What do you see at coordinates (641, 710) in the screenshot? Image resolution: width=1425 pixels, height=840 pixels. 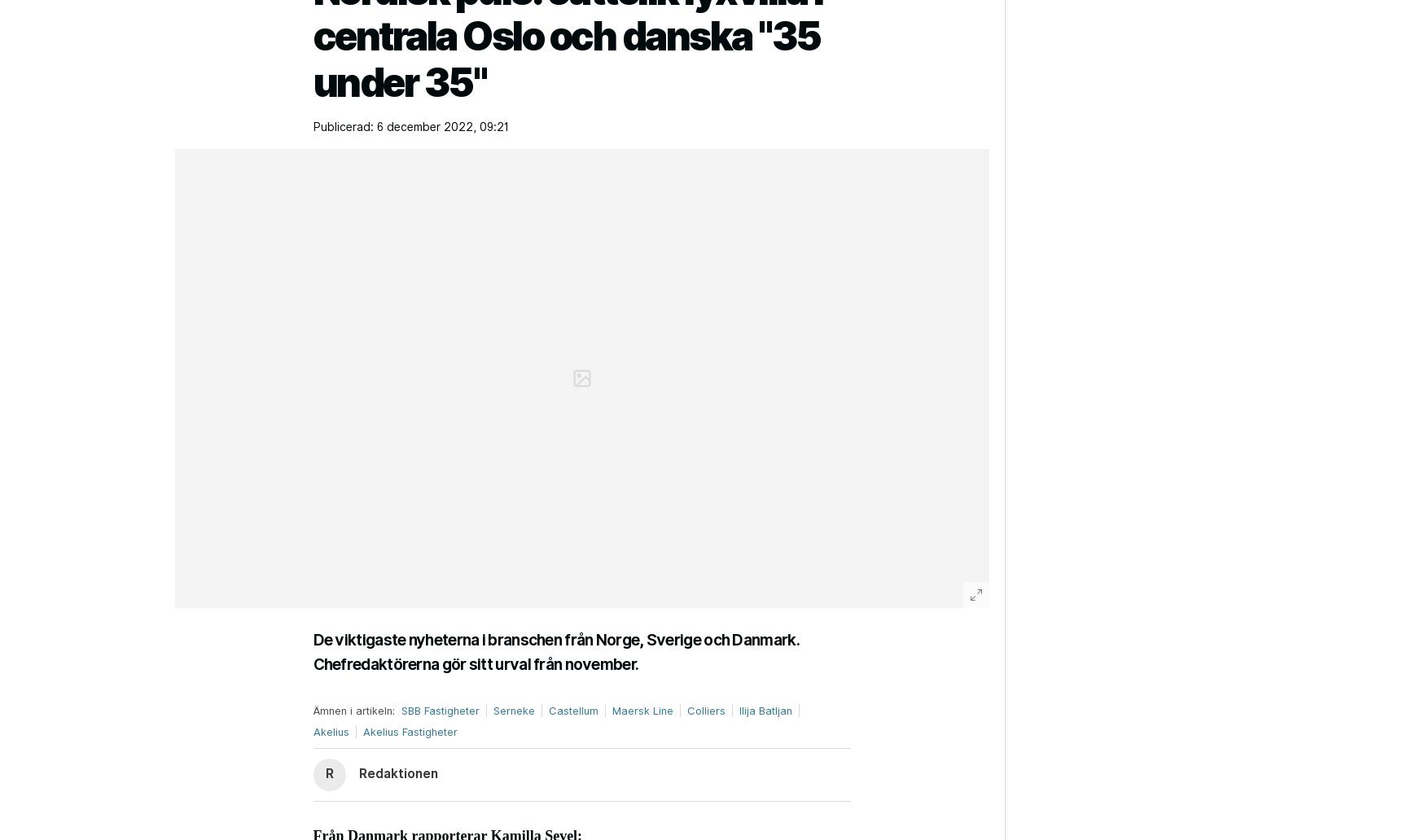 I see `'Maersk Line'` at bounding box center [641, 710].